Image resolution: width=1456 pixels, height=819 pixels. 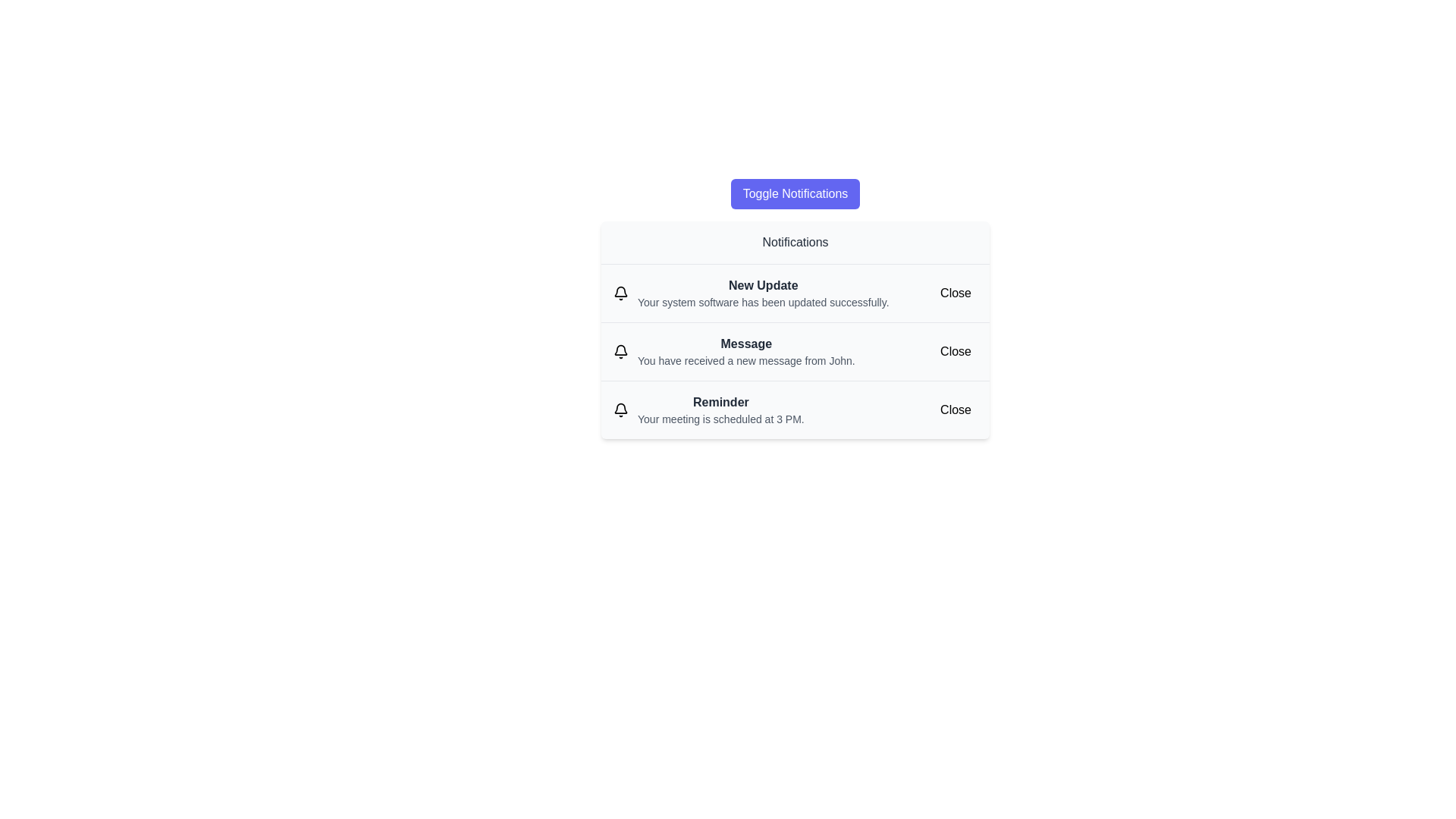 What do you see at coordinates (955, 409) in the screenshot?
I see `the closure button for the notification item, which is positioned at the end of the row containing the text 'Reminder: Your meeting is scheduled at 3 PM.'` at bounding box center [955, 409].